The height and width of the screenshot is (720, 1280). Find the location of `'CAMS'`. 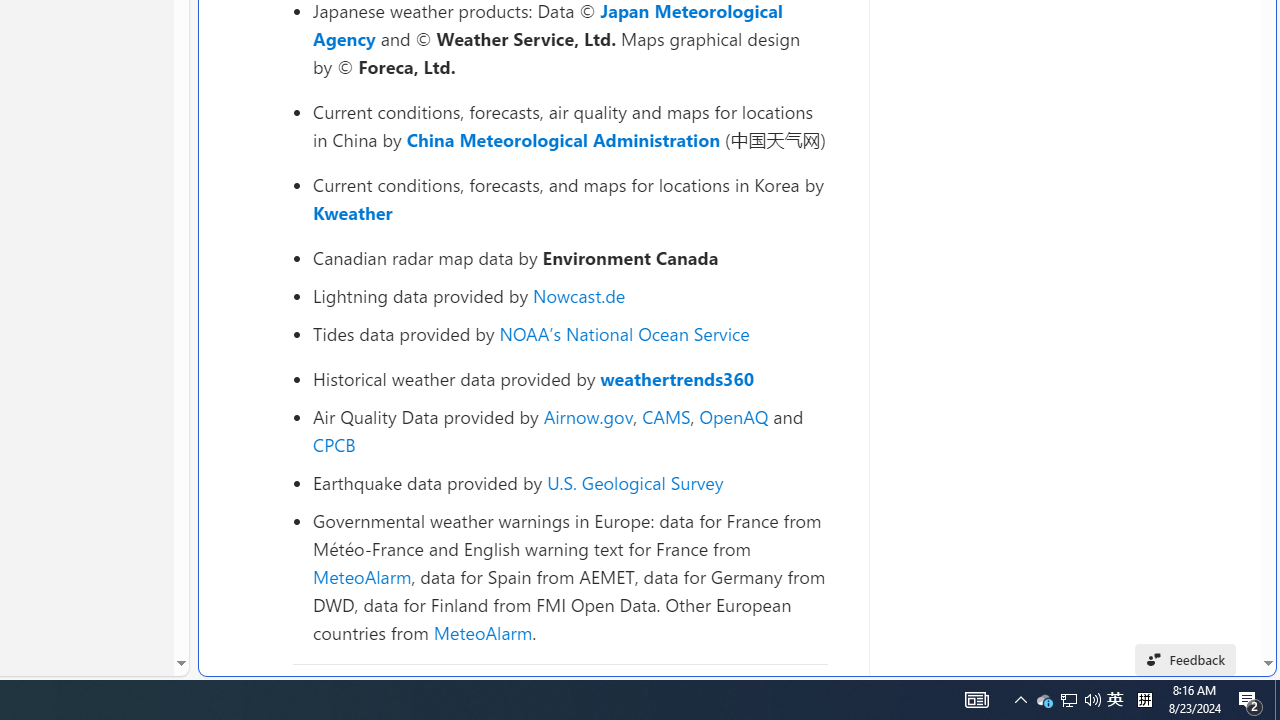

'CAMS' is located at coordinates (666, 415).